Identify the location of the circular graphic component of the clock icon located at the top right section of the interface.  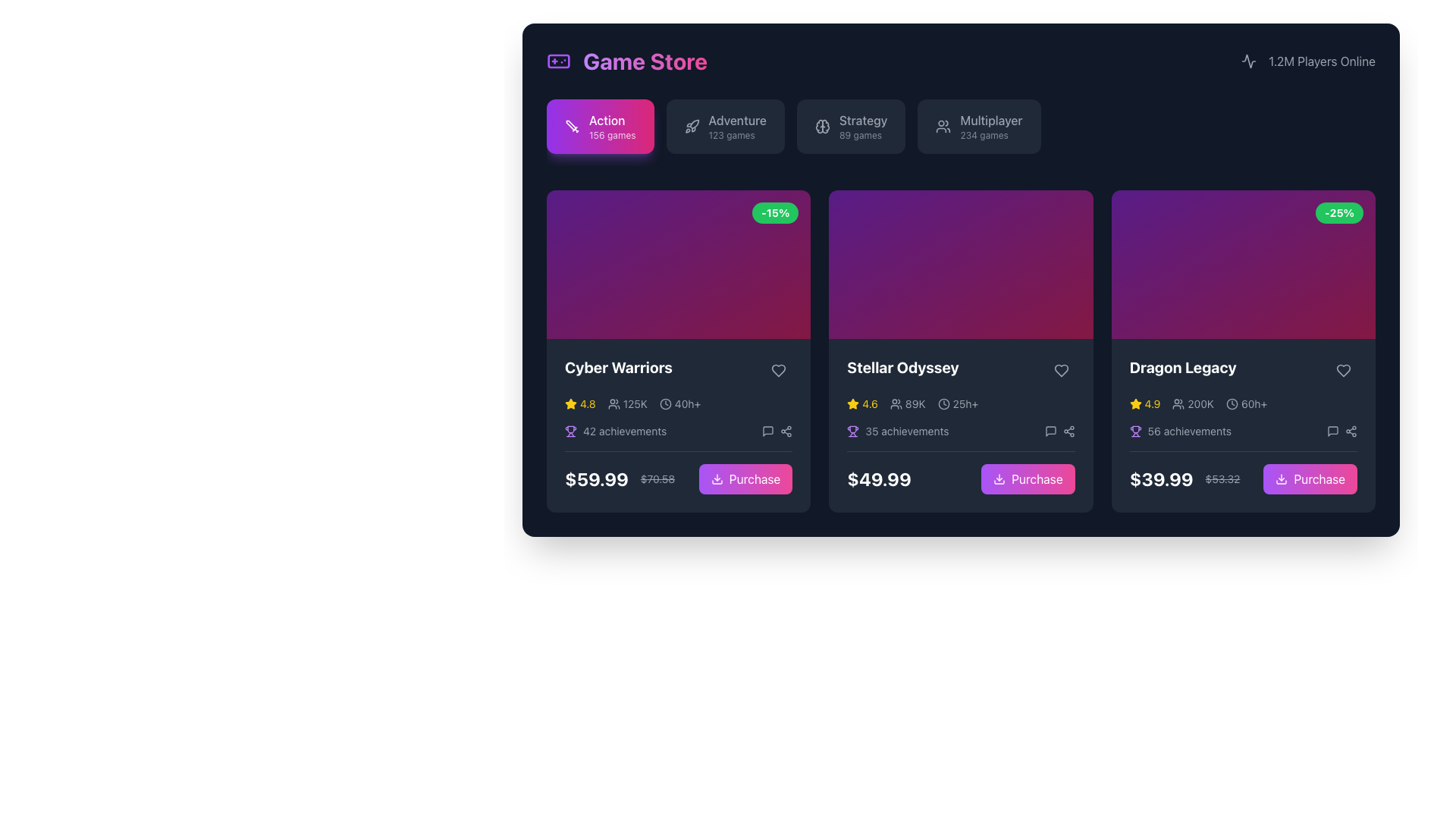
(943, 403).